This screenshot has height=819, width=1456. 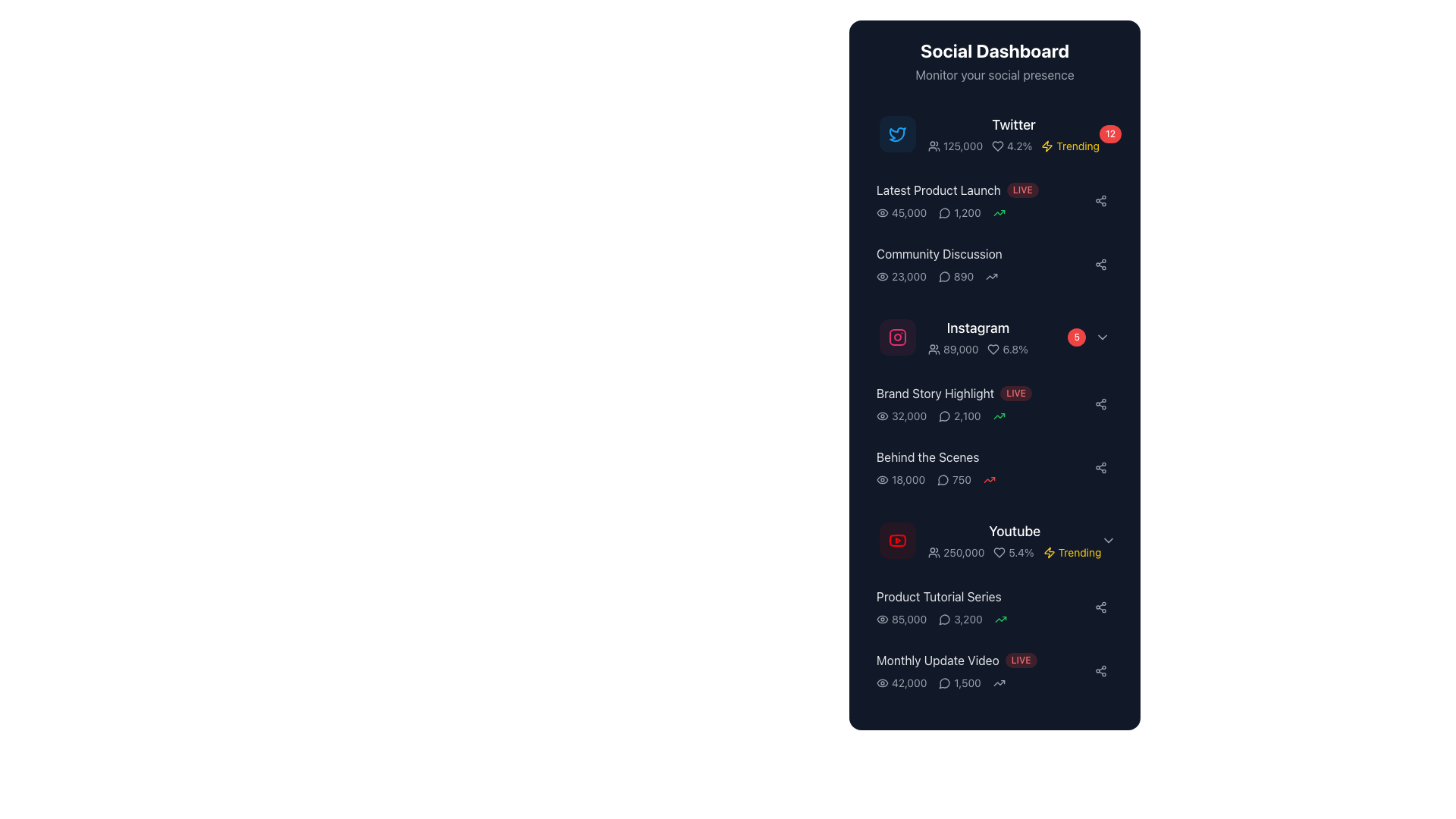 I want to click on the Twitter information display panel located at the top of the social dashboard, which shows statistics and status, so click(x=1014, y=133).